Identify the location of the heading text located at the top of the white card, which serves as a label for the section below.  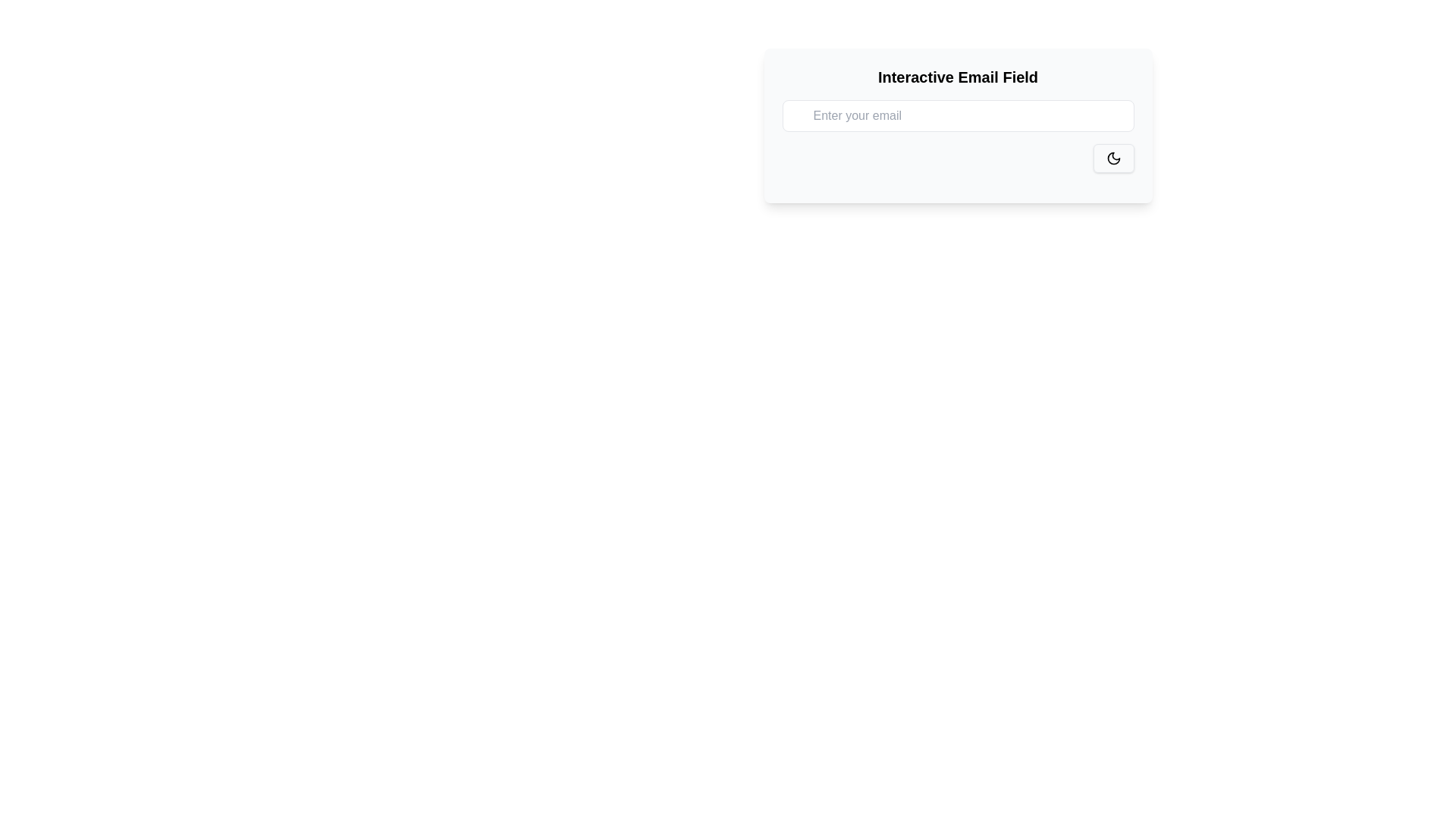
(957, 77).